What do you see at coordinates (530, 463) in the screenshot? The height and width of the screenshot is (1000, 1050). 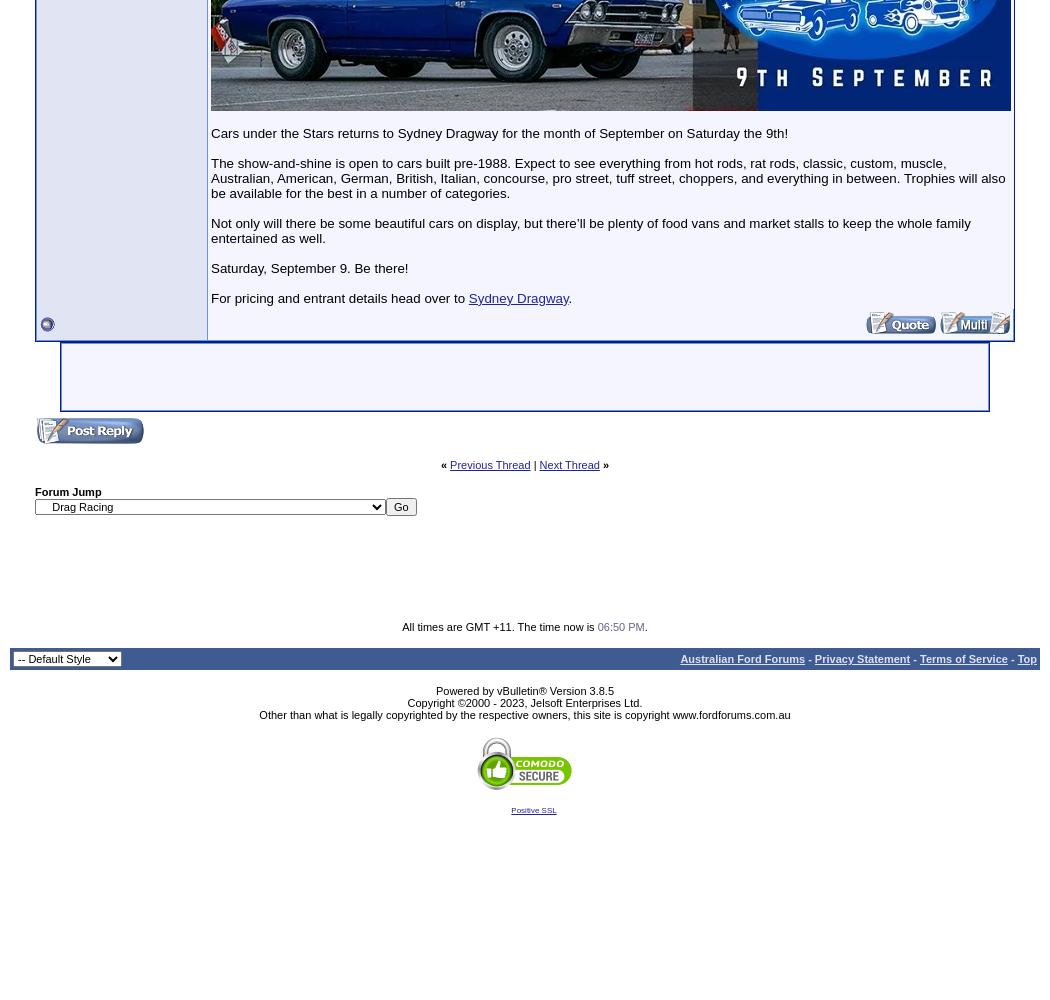 I see `'|'` at bounding box center [530, 463].